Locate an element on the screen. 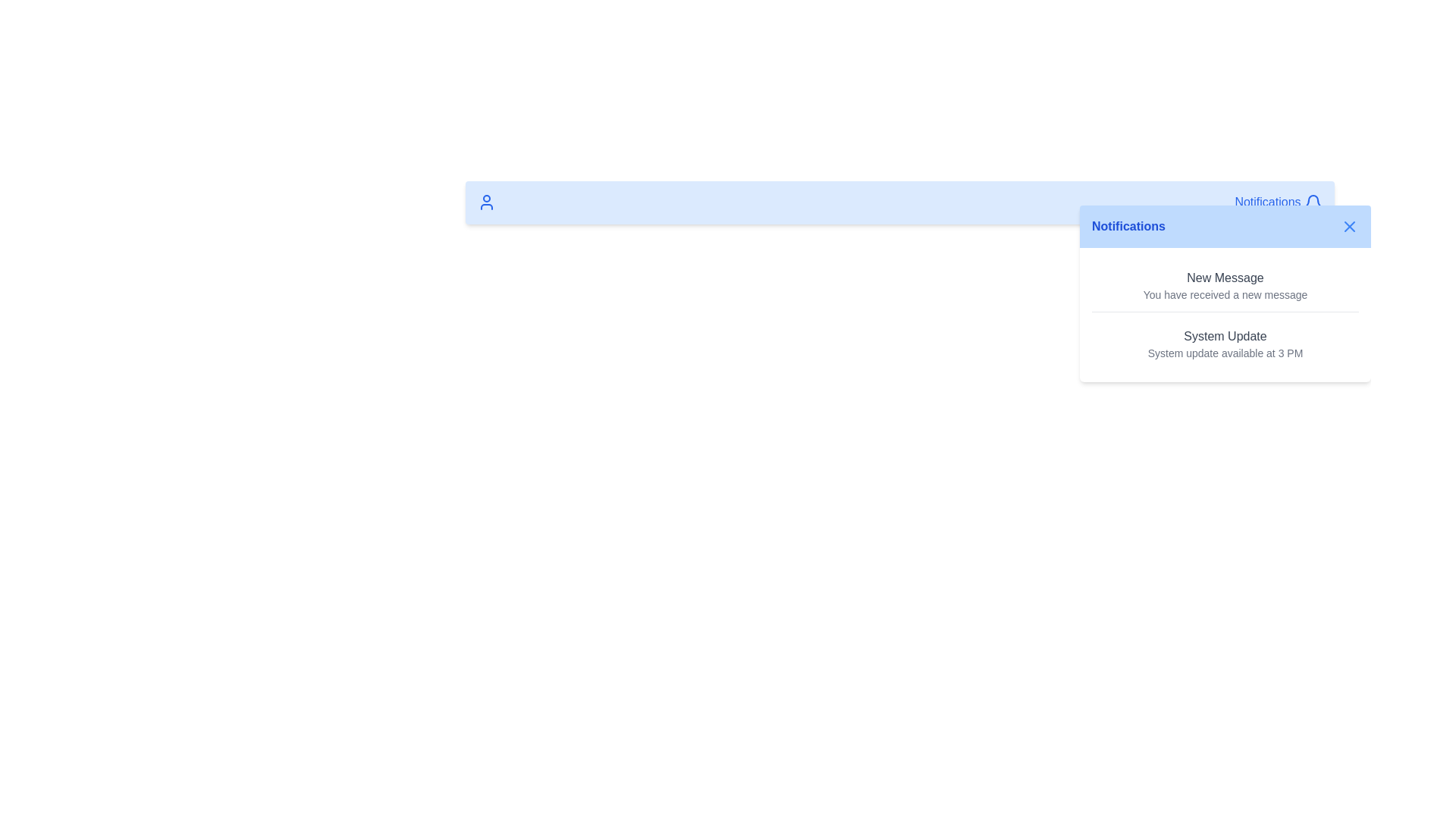 This screenshot has height=819, width=1456. the informational text label that provides details relevant to the 'New Message' notification, located directly below its title within the notification card is located at coordinates (1225, 295).